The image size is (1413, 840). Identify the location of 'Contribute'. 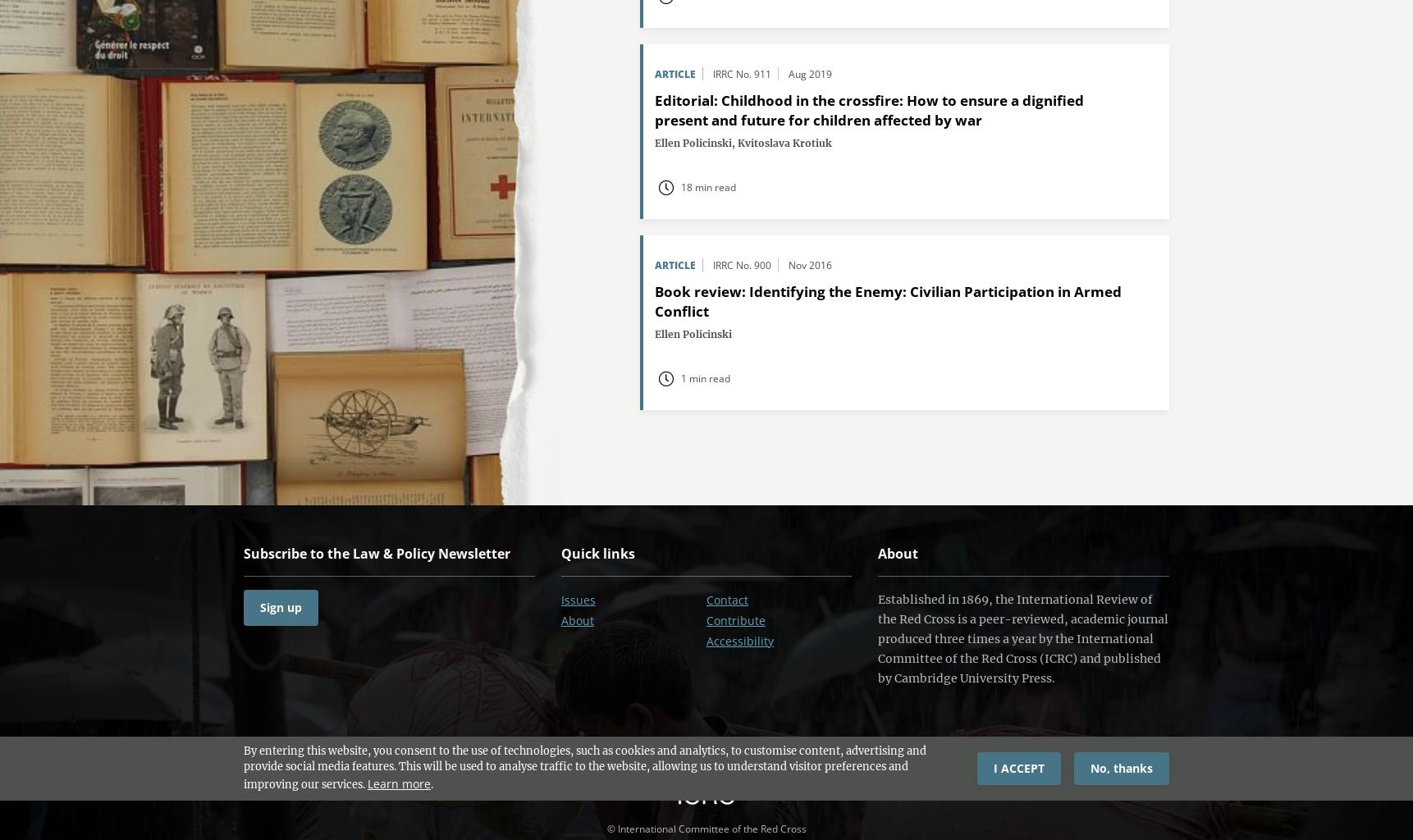
(734, 619).